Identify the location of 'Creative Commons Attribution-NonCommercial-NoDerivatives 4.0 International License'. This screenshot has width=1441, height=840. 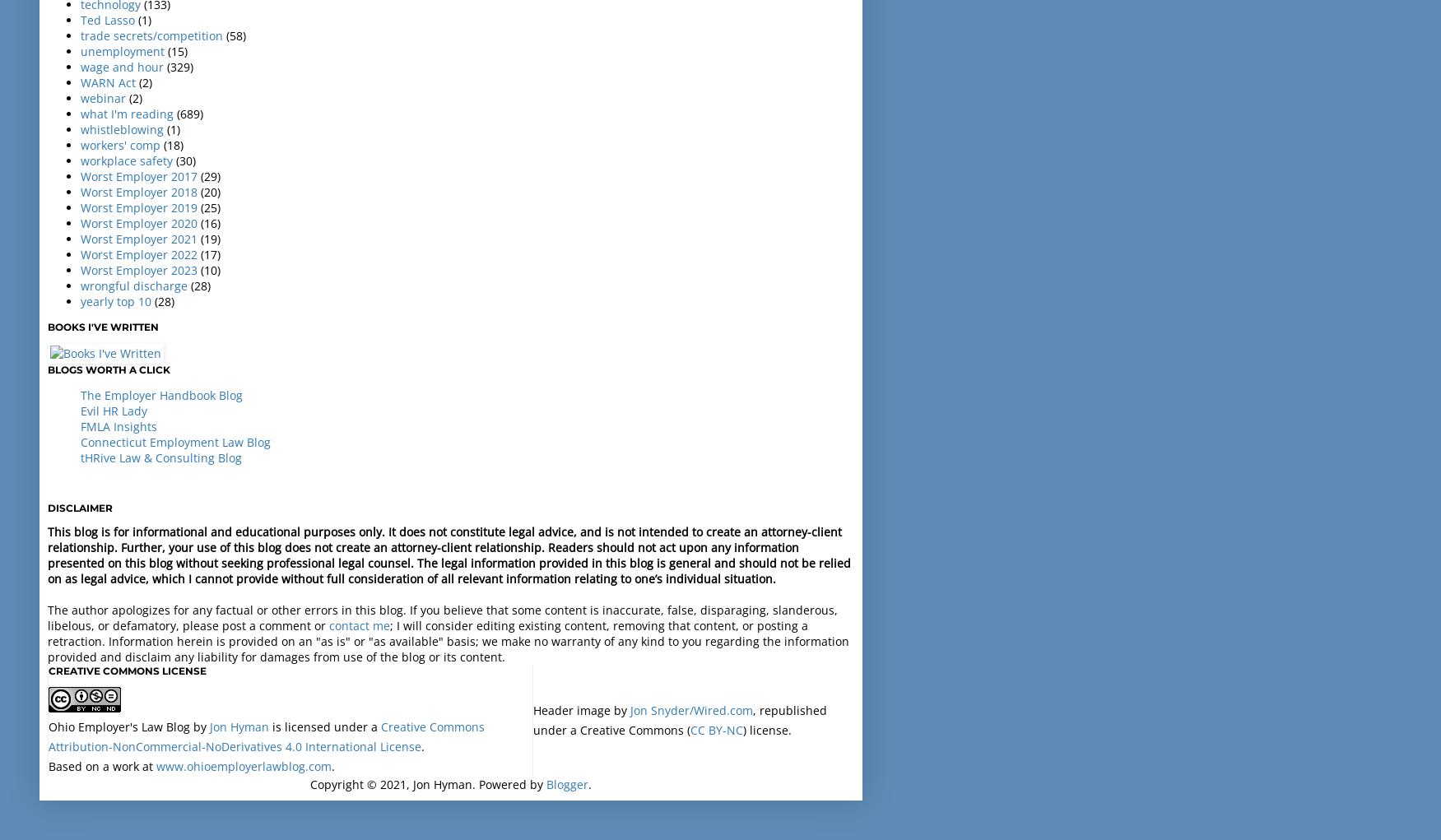
(266, 736).